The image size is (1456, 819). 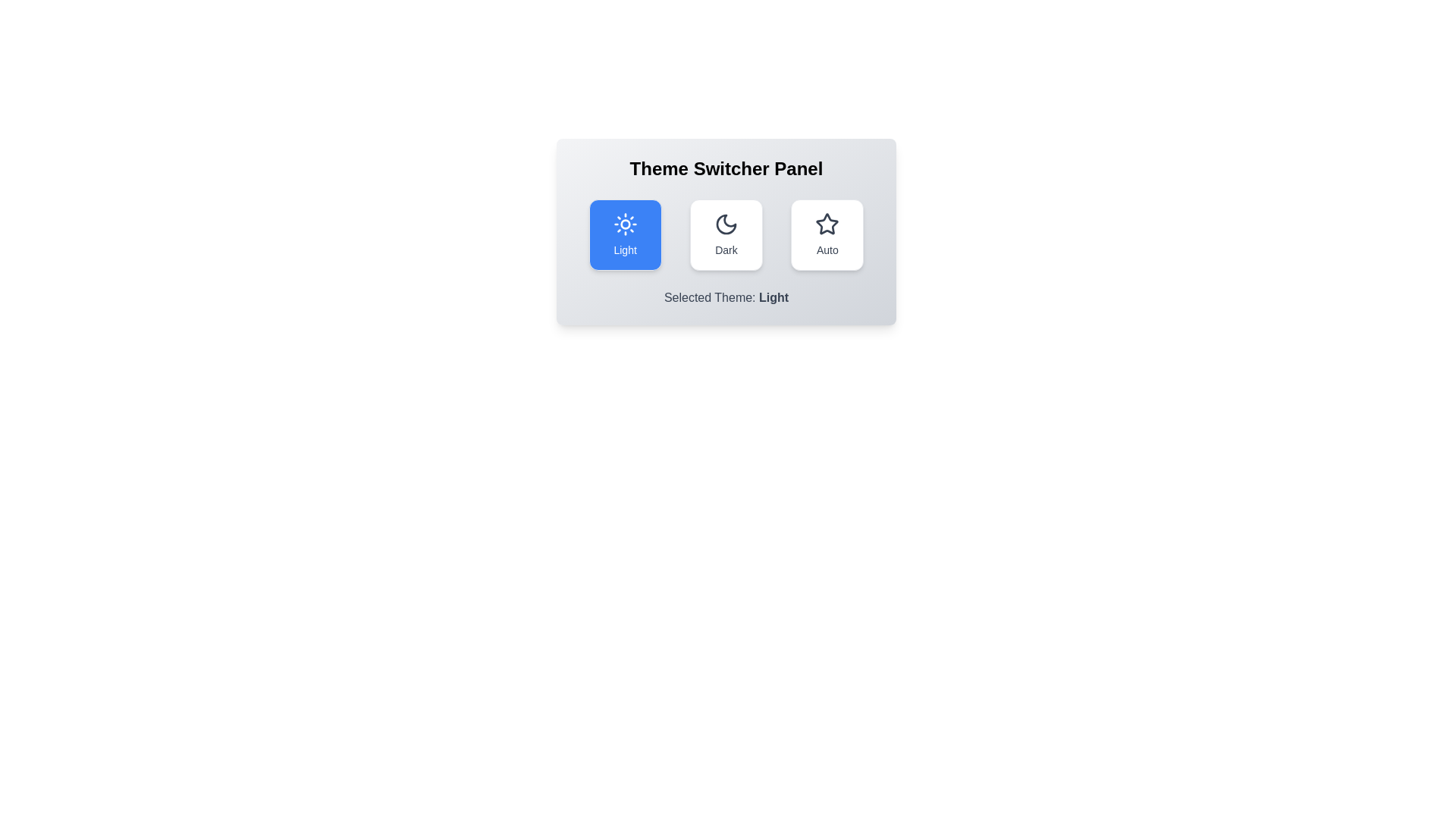 What do you see at coordinates (826, 223) in the screenshot?
I see `the star-shaped icon with a hollow center in the third button of the 'Theme Switcher Panel' under the 'Auto' label to make a selection` at bounding box center [826, 223].